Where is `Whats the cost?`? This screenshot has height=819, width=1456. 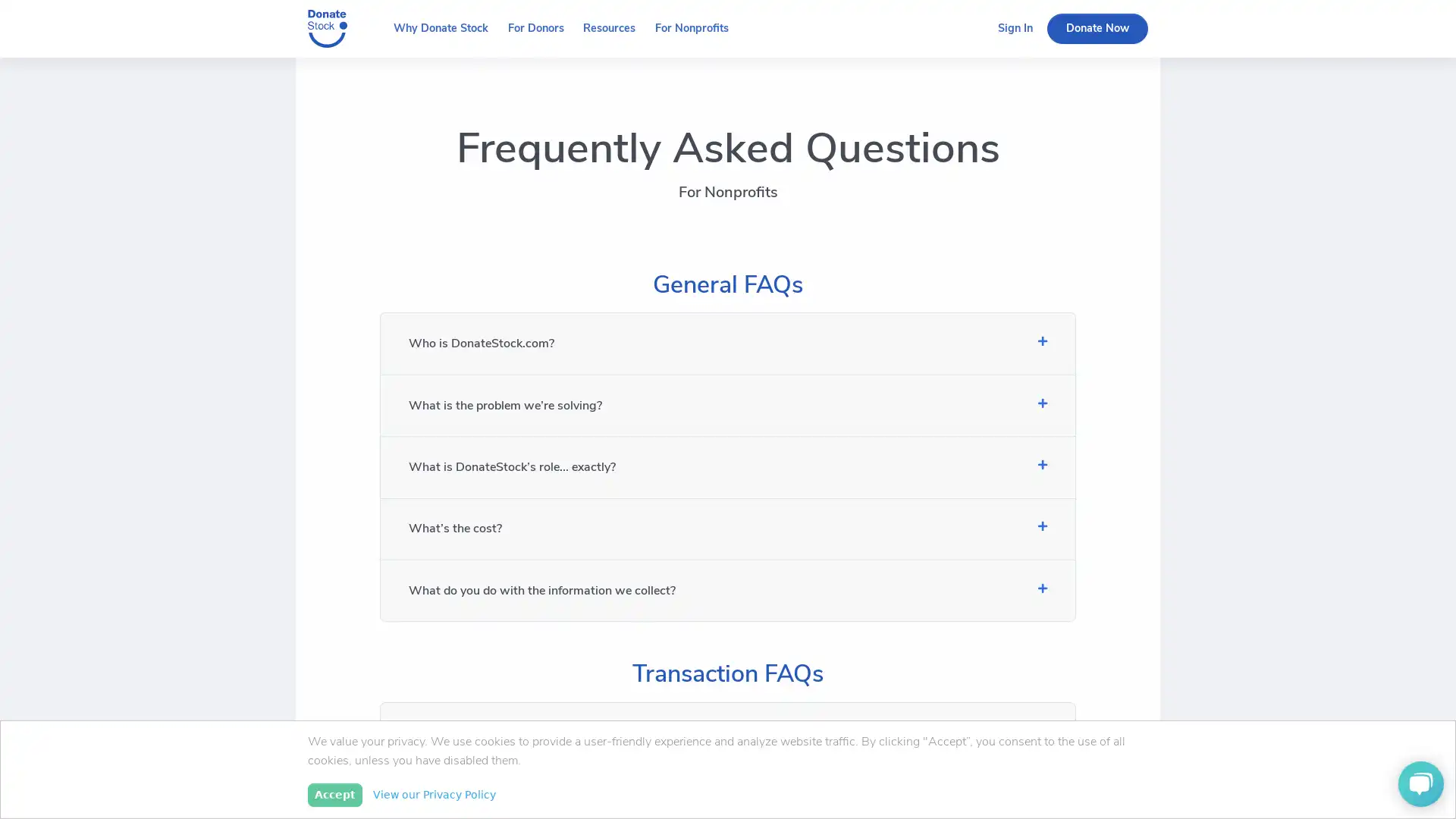 Whats the cost? is located at coordinates (726, 528).